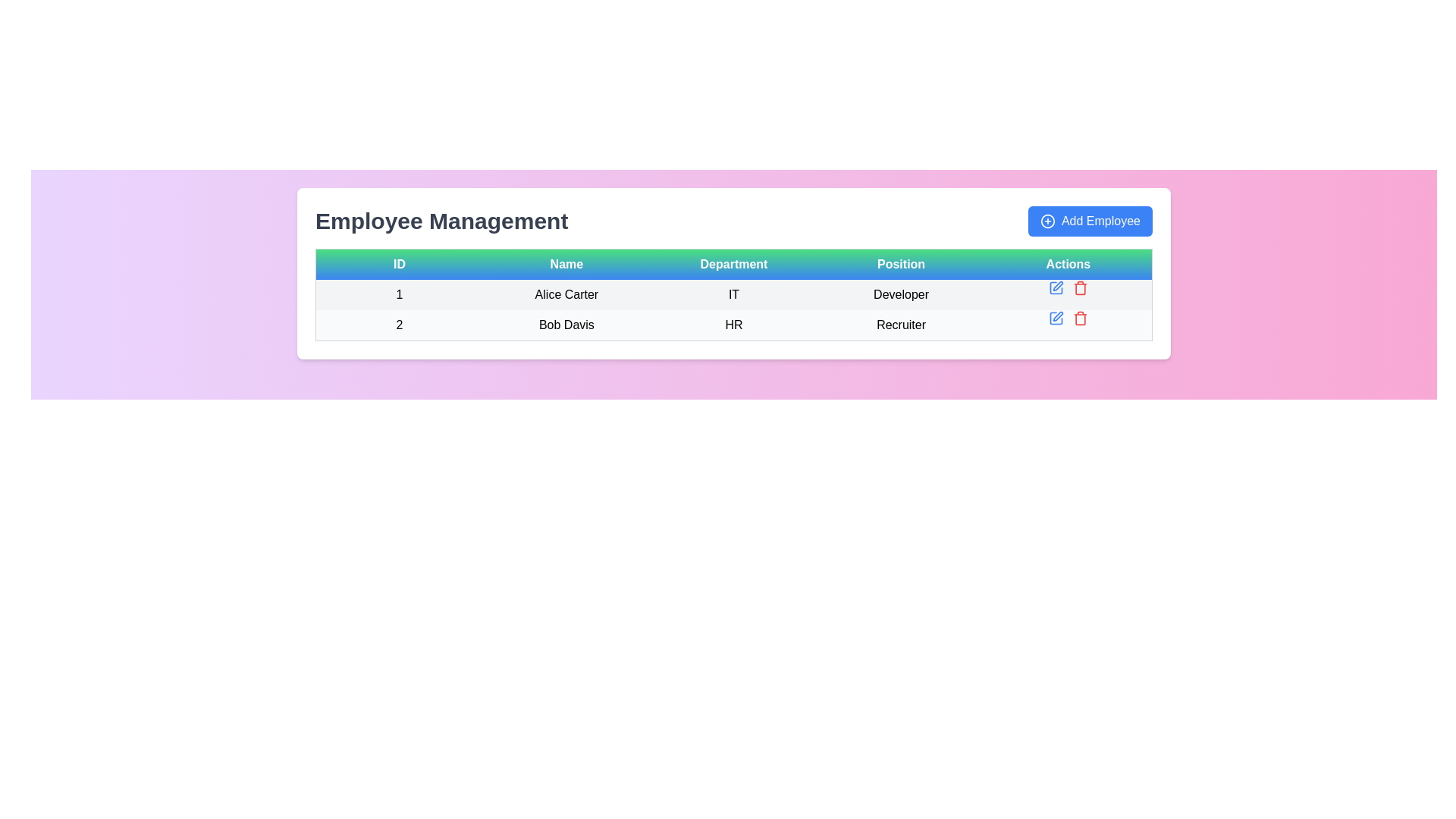 The image size is (1456, 819). What do you see at coordinates (399, 295) in the screenshot?
I see `the first cell of the first row in the table representing the ID for employee 'Alice Carter' to highlight it` at bounding box center [399, 295].